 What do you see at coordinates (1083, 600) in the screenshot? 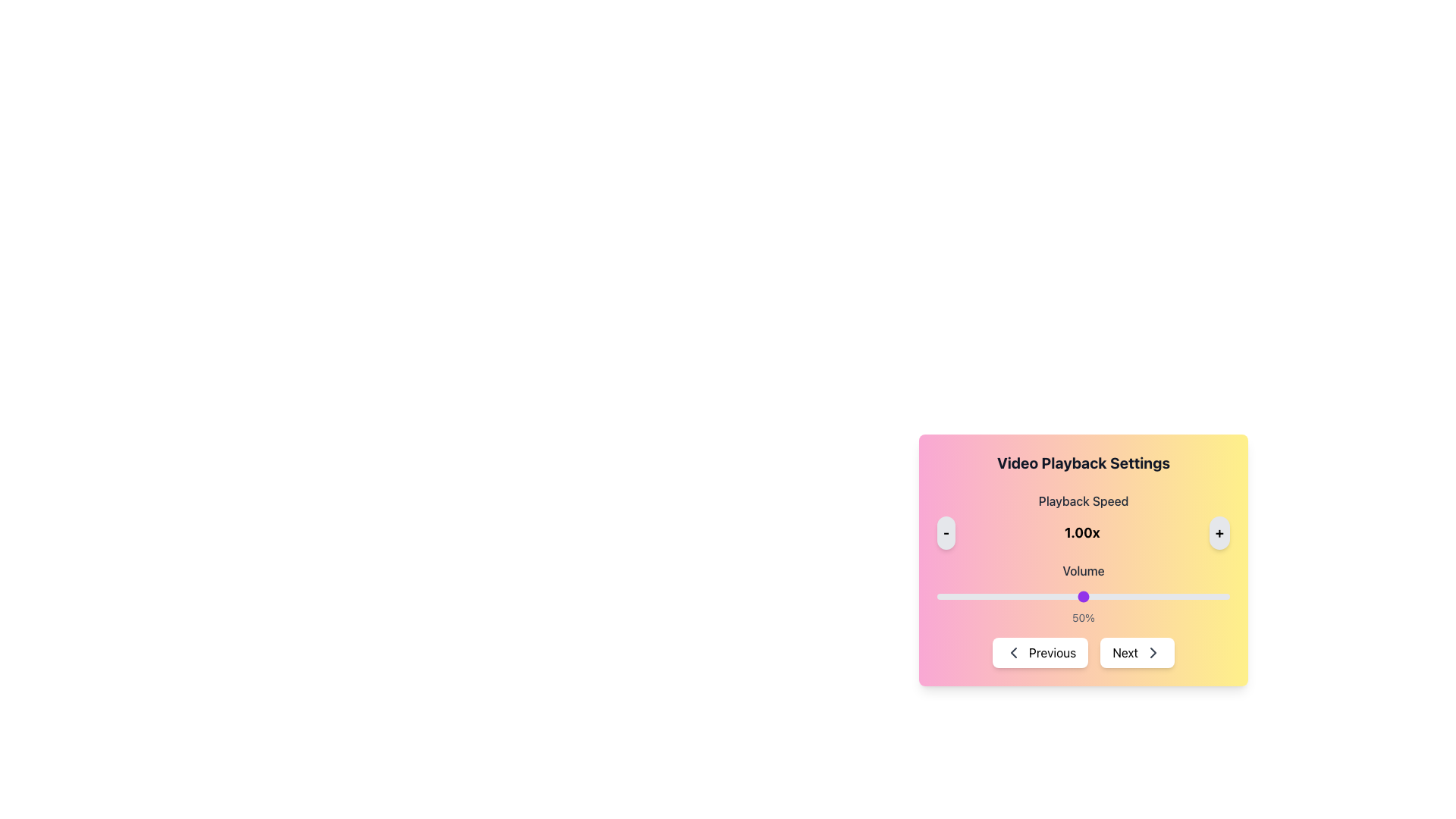
I see `the 'Previous' and 'Next' buttons in the 'Video Playback Settings' panel` at bounding box center [1083, 600].